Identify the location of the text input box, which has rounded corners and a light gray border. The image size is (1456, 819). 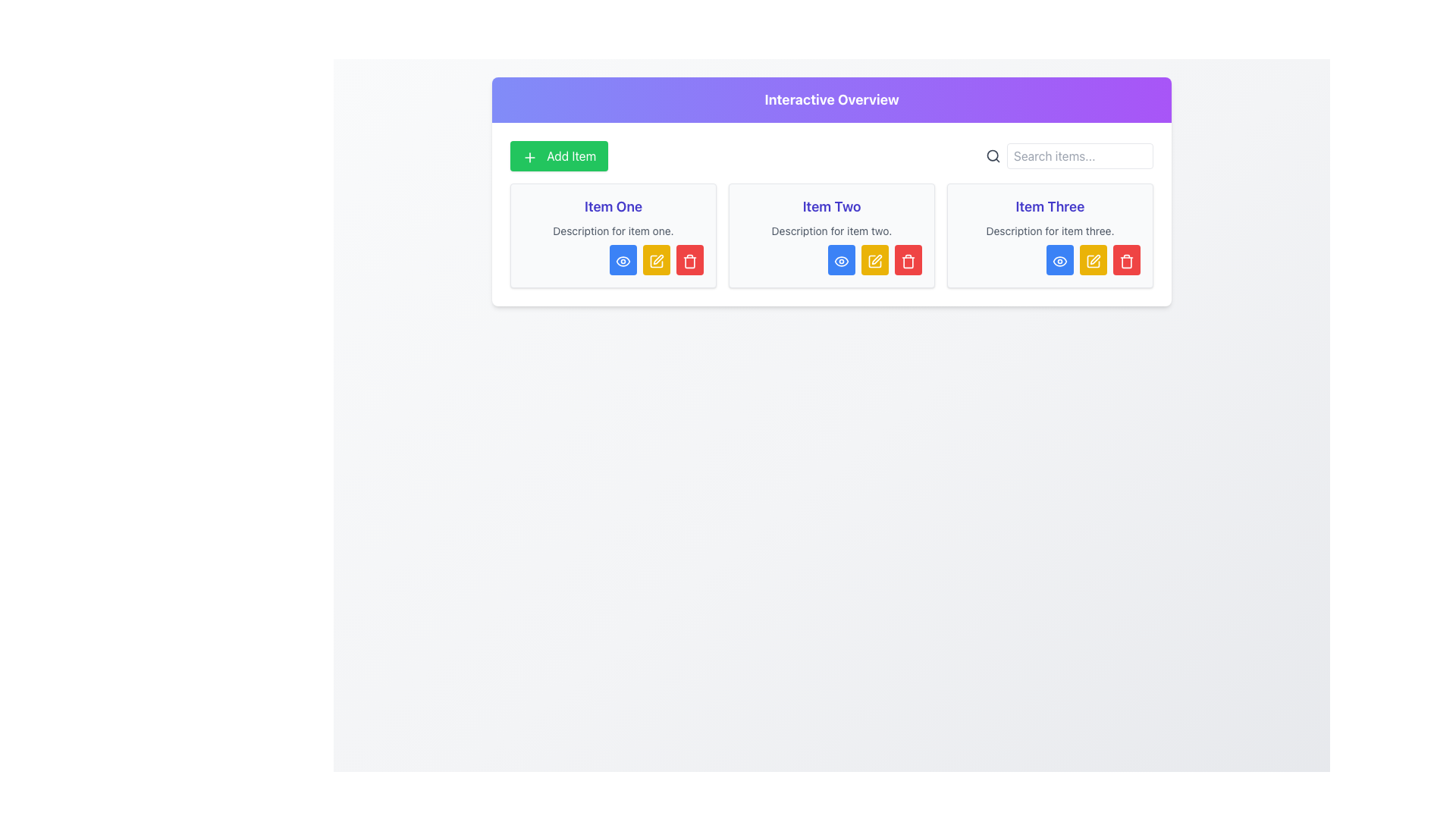
(1079, 155).